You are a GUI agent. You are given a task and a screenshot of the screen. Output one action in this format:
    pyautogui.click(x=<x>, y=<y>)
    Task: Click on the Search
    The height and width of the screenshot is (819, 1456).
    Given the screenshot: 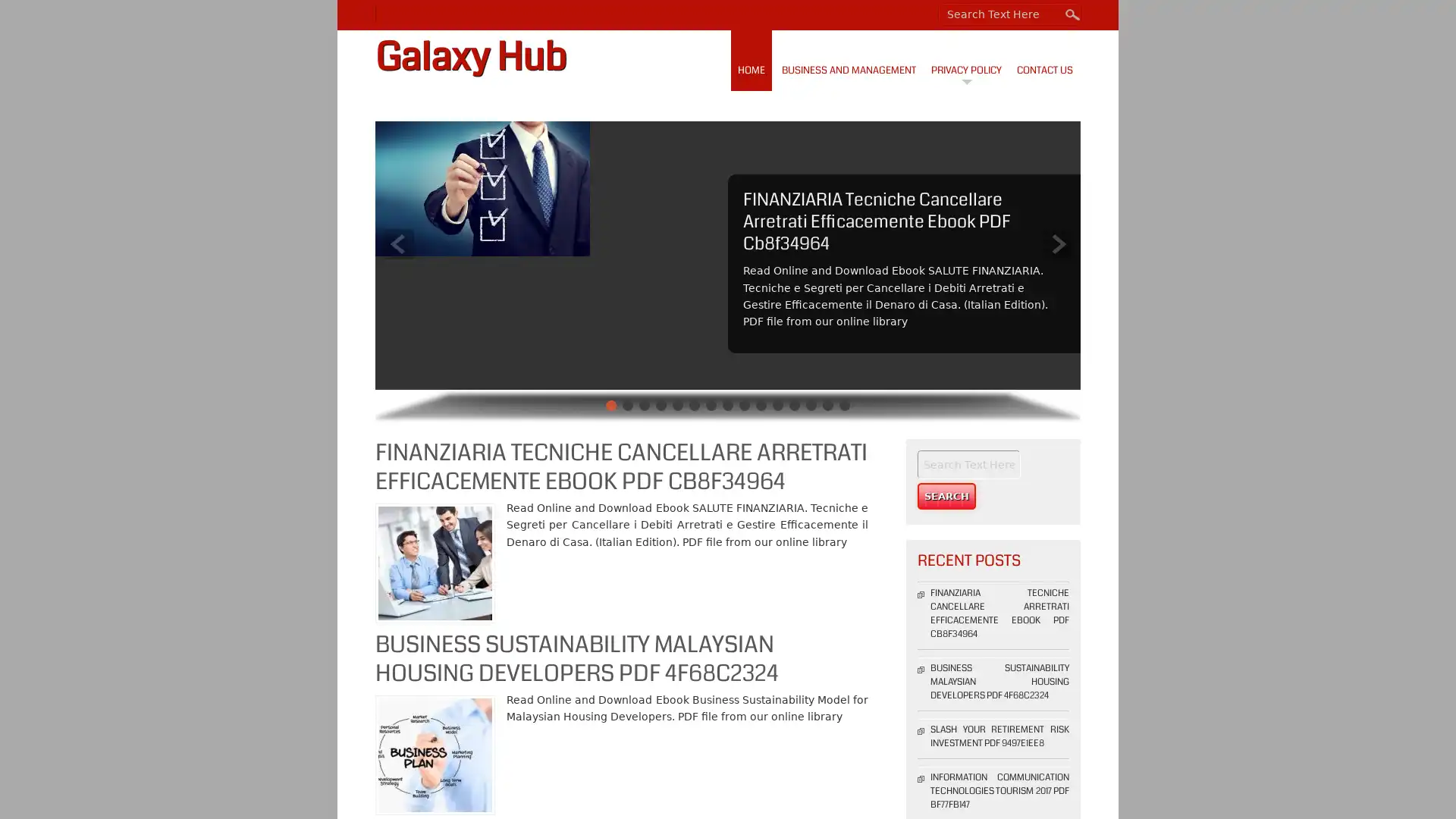 What is the action you would take?
    pyautogui.click(x=946, y=496)
    